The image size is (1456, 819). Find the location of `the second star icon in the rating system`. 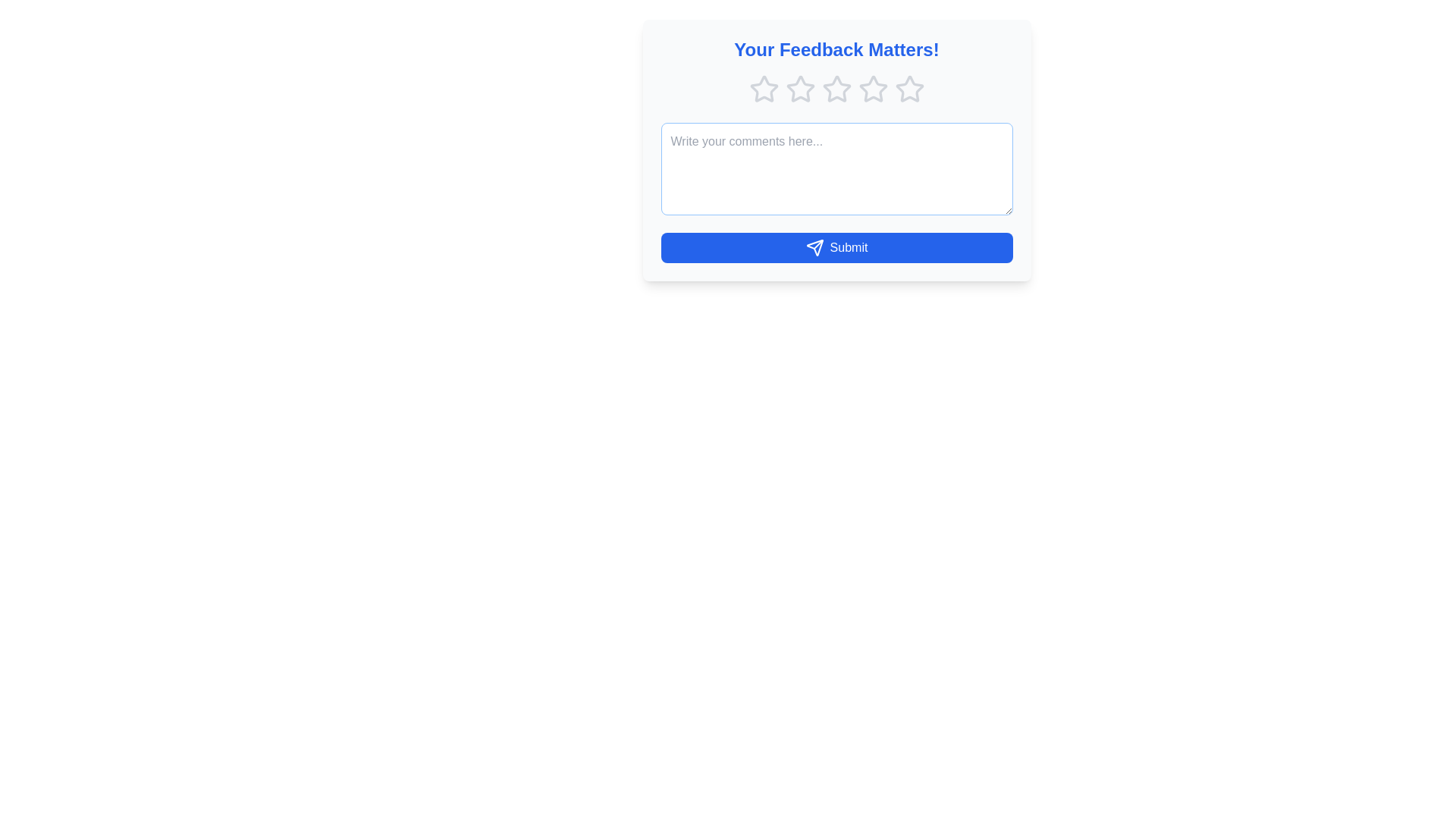

the second star icon in the rating system is located at coordinates (799, 88).